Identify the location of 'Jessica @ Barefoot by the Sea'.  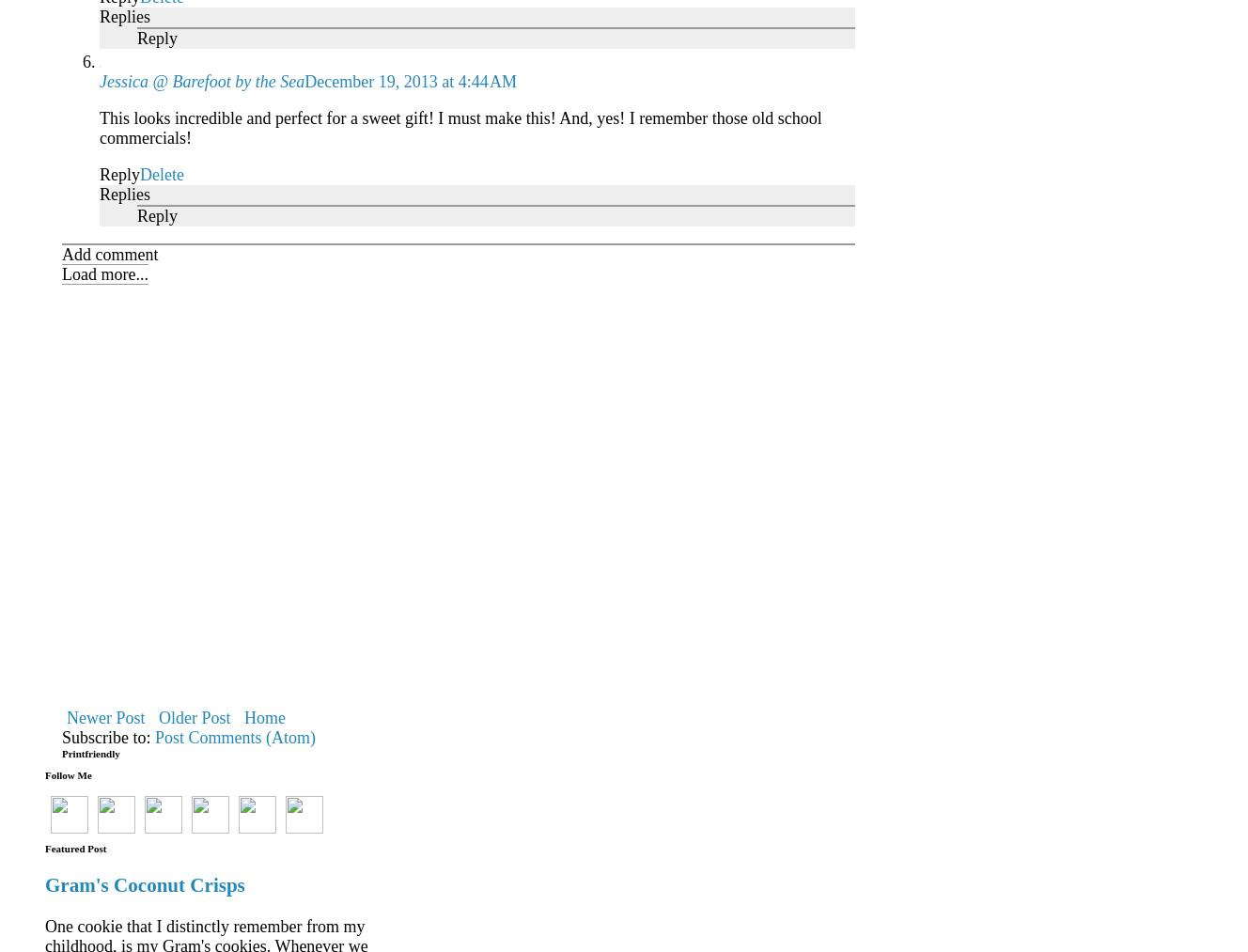
(202, 80).